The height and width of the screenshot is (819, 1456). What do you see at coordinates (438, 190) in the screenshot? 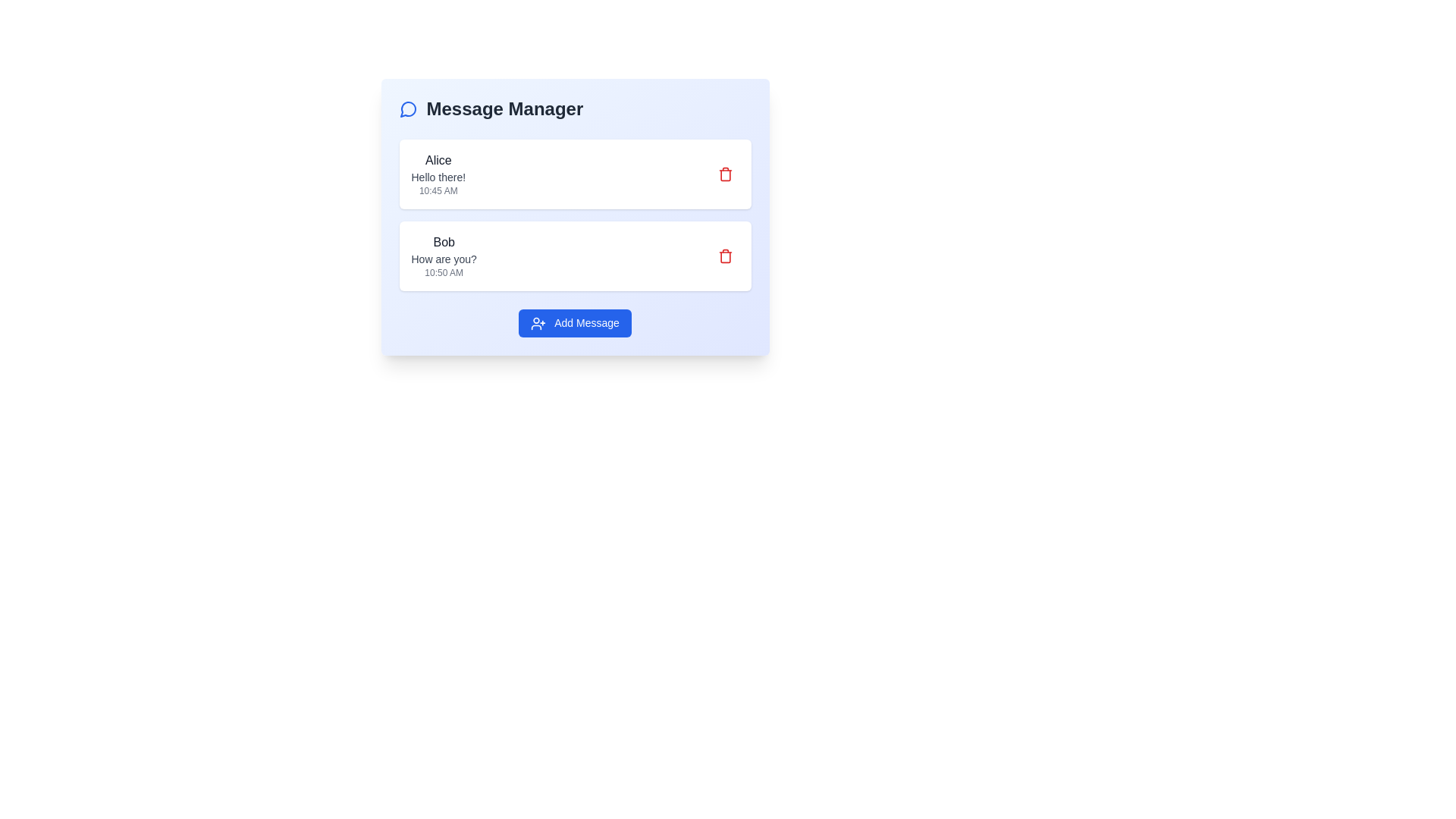
I see `the timestamp text label located in the lower-right area of the message card associated with 'Alice'` at bounding box center [438, 190].